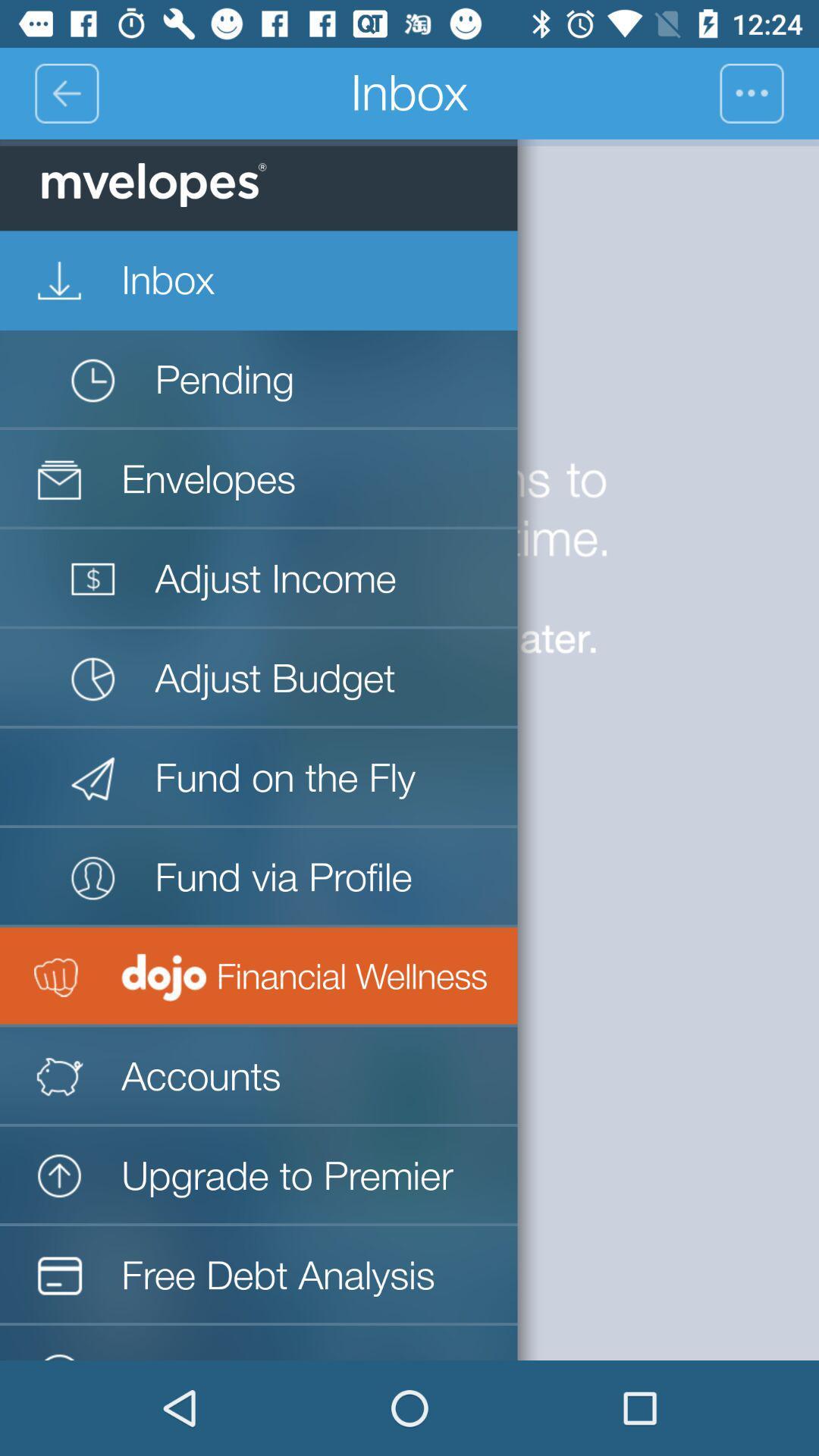 The width and height of the screenshot is (819, 1456). Describe the element at coordinates (65, 93) in the screenshot. I see `the arrow_backward icon` at that location.